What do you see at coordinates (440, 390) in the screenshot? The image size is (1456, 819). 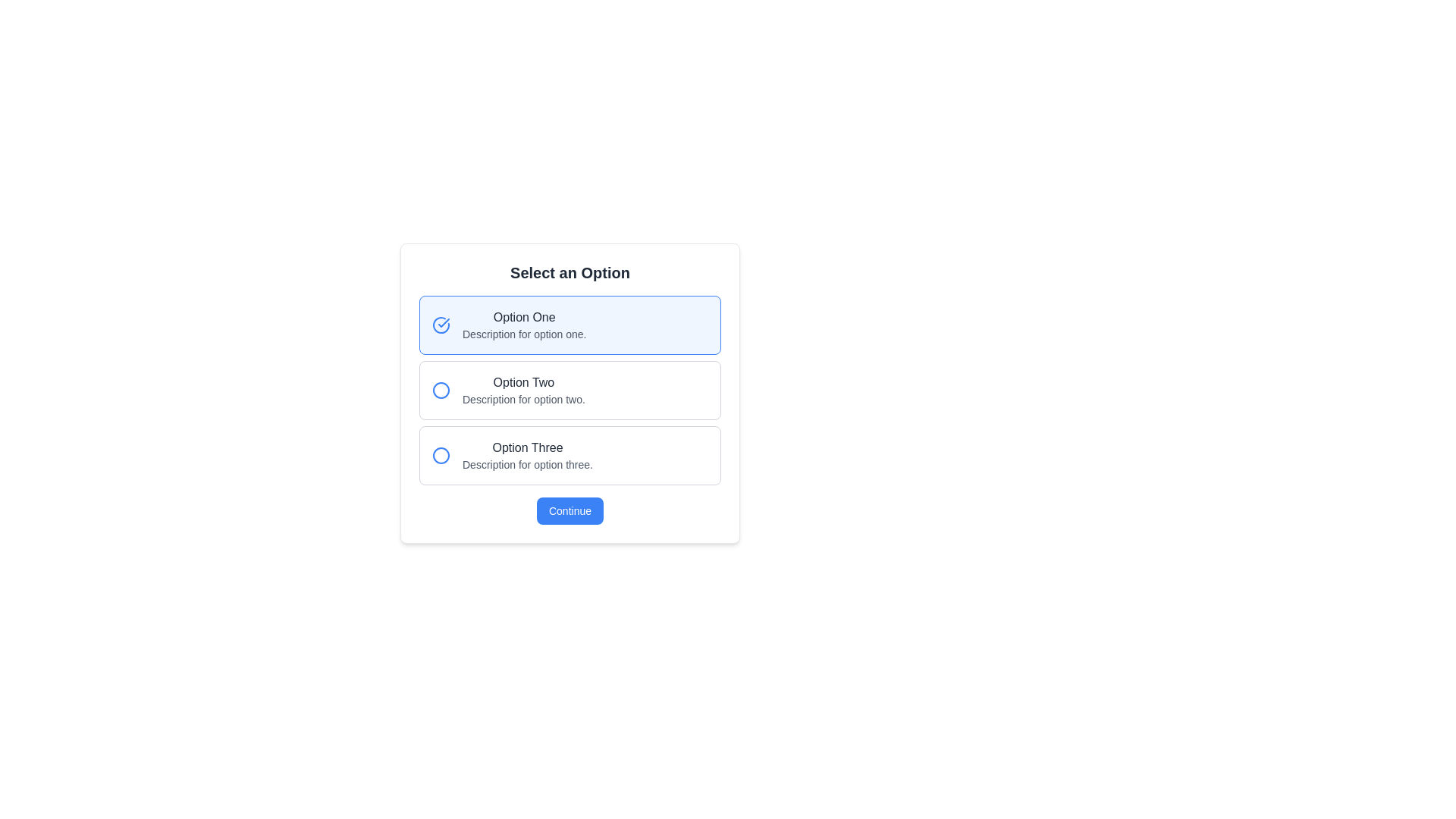 I see `the Icon button or marker associated with 'Option Two'` at bounding box center [440, 390].